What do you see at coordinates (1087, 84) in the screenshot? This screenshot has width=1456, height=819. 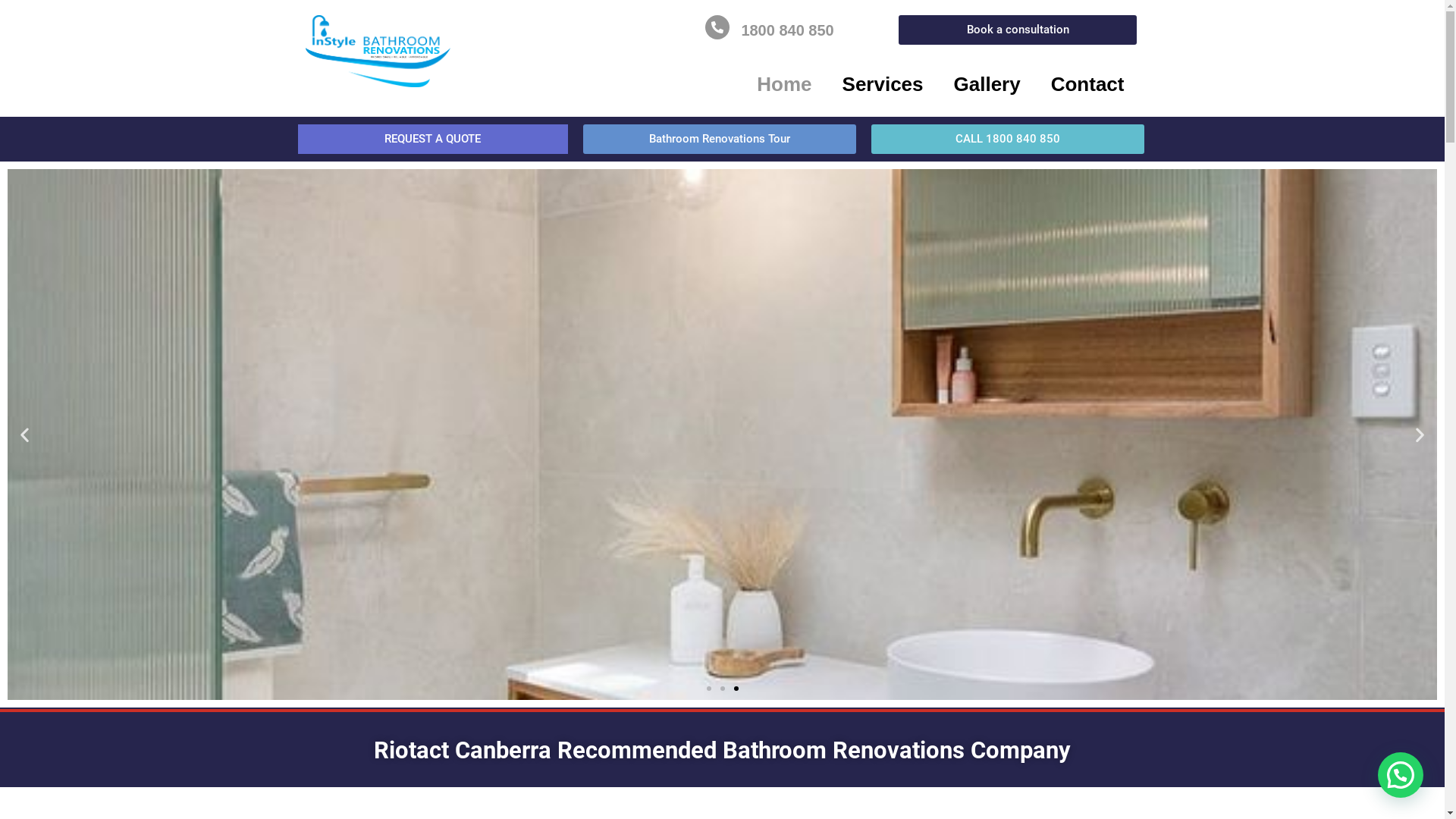 I see `'Contact'` at bounding box center [1087, 84].